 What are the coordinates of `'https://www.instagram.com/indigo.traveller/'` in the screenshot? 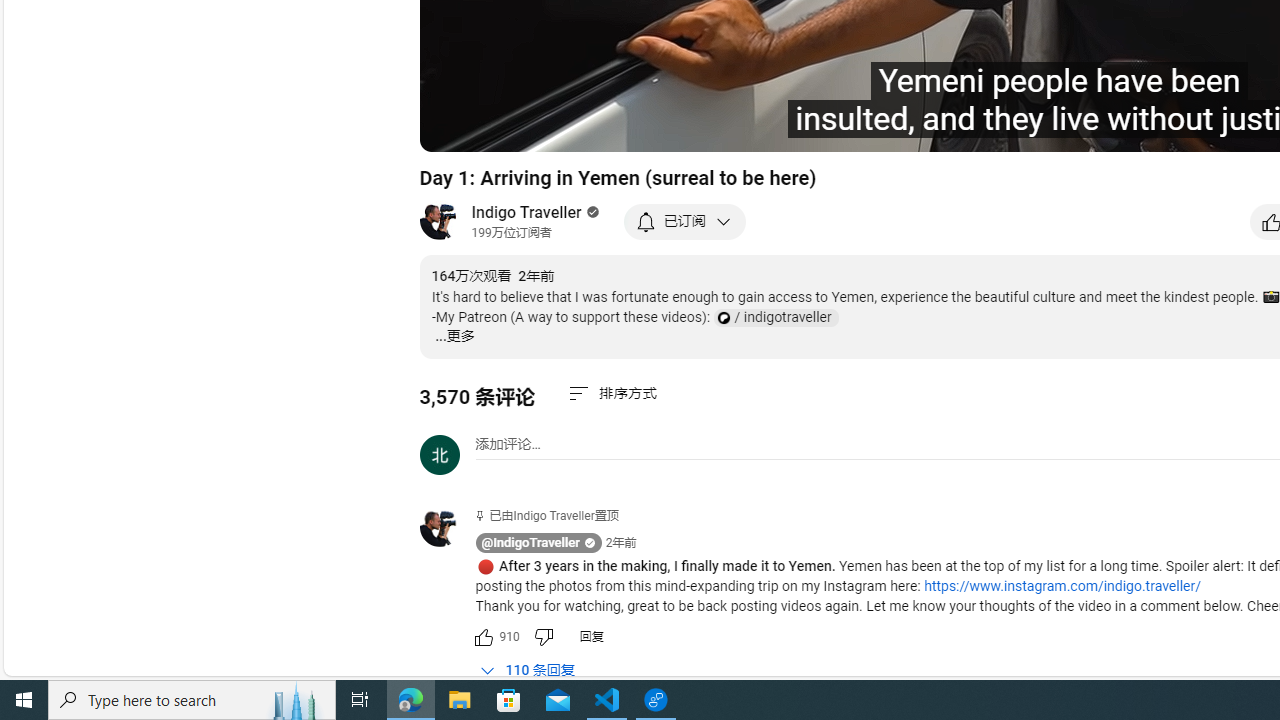 It's located at (1061, 585).